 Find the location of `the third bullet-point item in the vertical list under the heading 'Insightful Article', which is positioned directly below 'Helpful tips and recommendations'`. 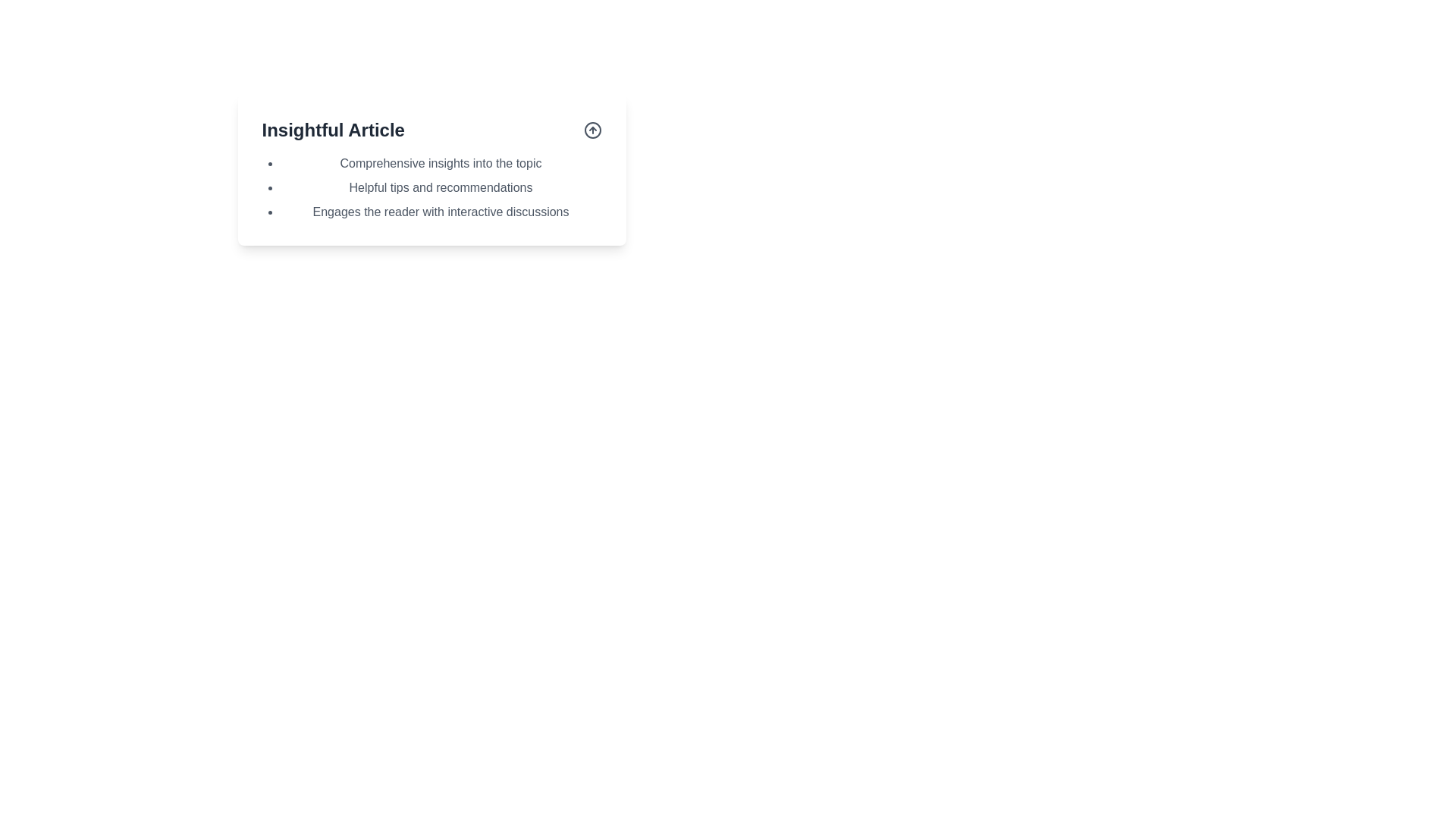

the third bullet-point item in the vertical list under the heading 'Insightful Article', which is positioned directly below 'Helpful tips and recommendations' is located at coordinates (440, 212).